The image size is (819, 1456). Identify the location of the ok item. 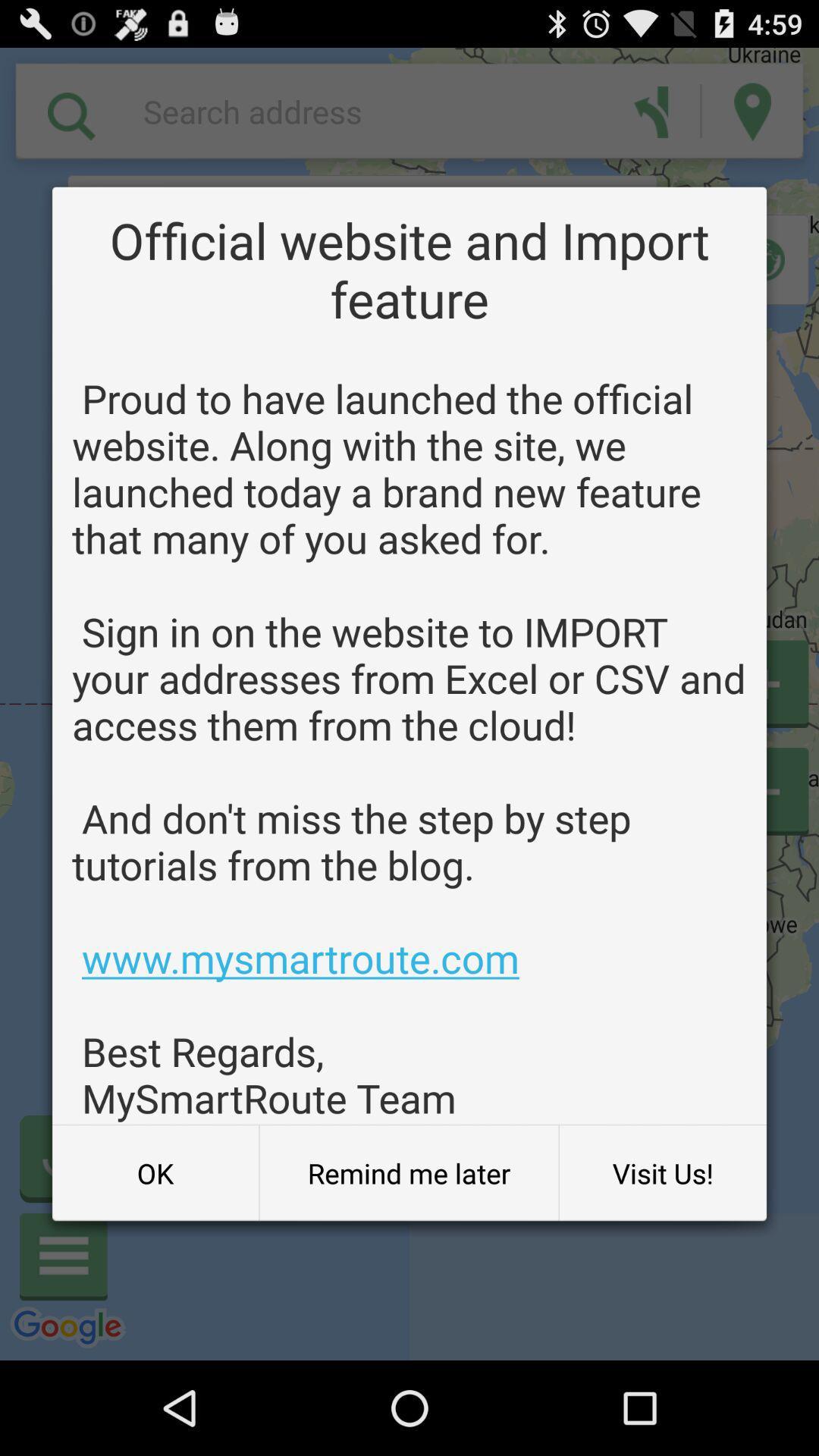
(155, 1172).